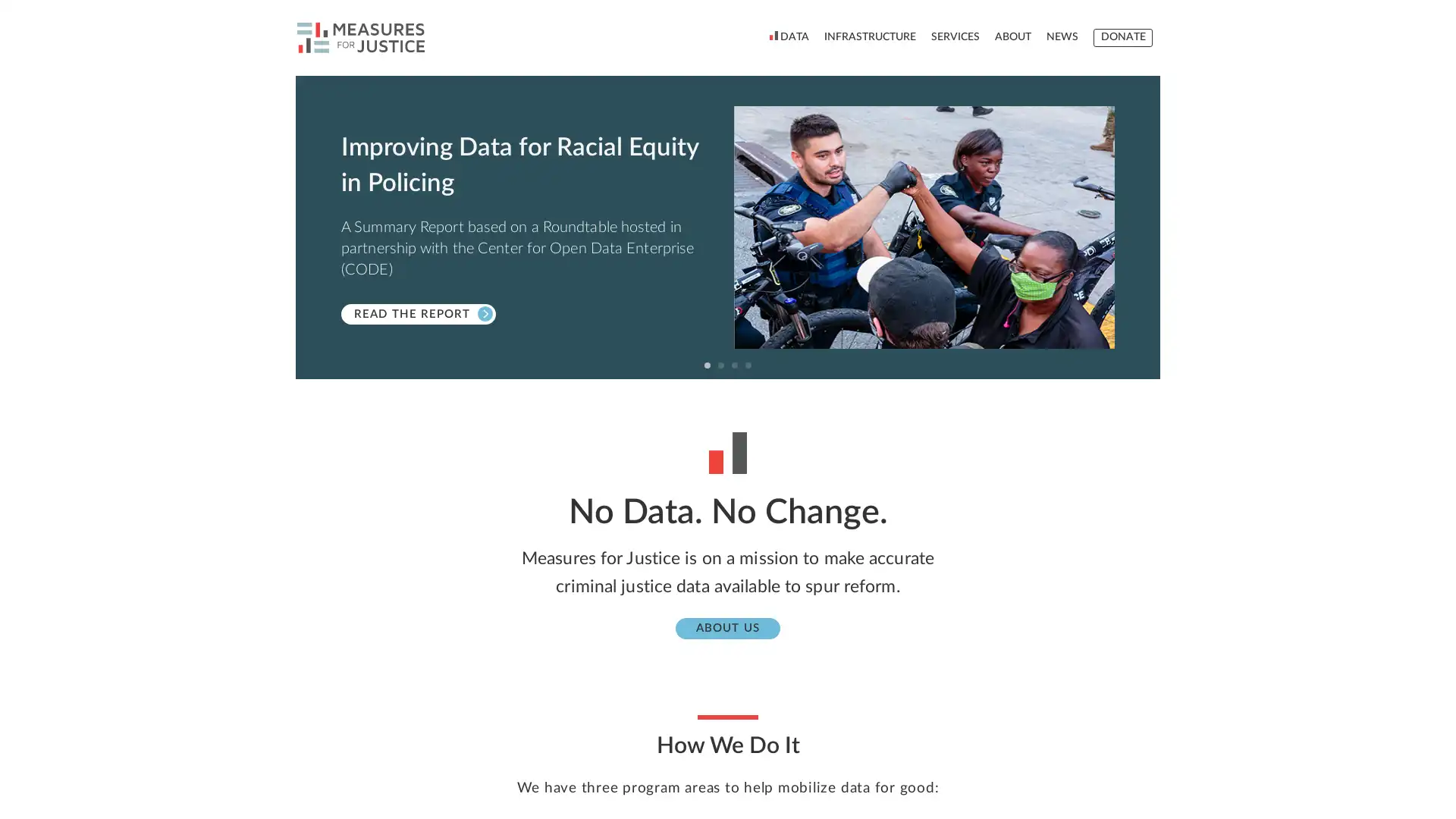 The image size is (1456, 819). I want to click on Next carousel item, so click(1143, 227).